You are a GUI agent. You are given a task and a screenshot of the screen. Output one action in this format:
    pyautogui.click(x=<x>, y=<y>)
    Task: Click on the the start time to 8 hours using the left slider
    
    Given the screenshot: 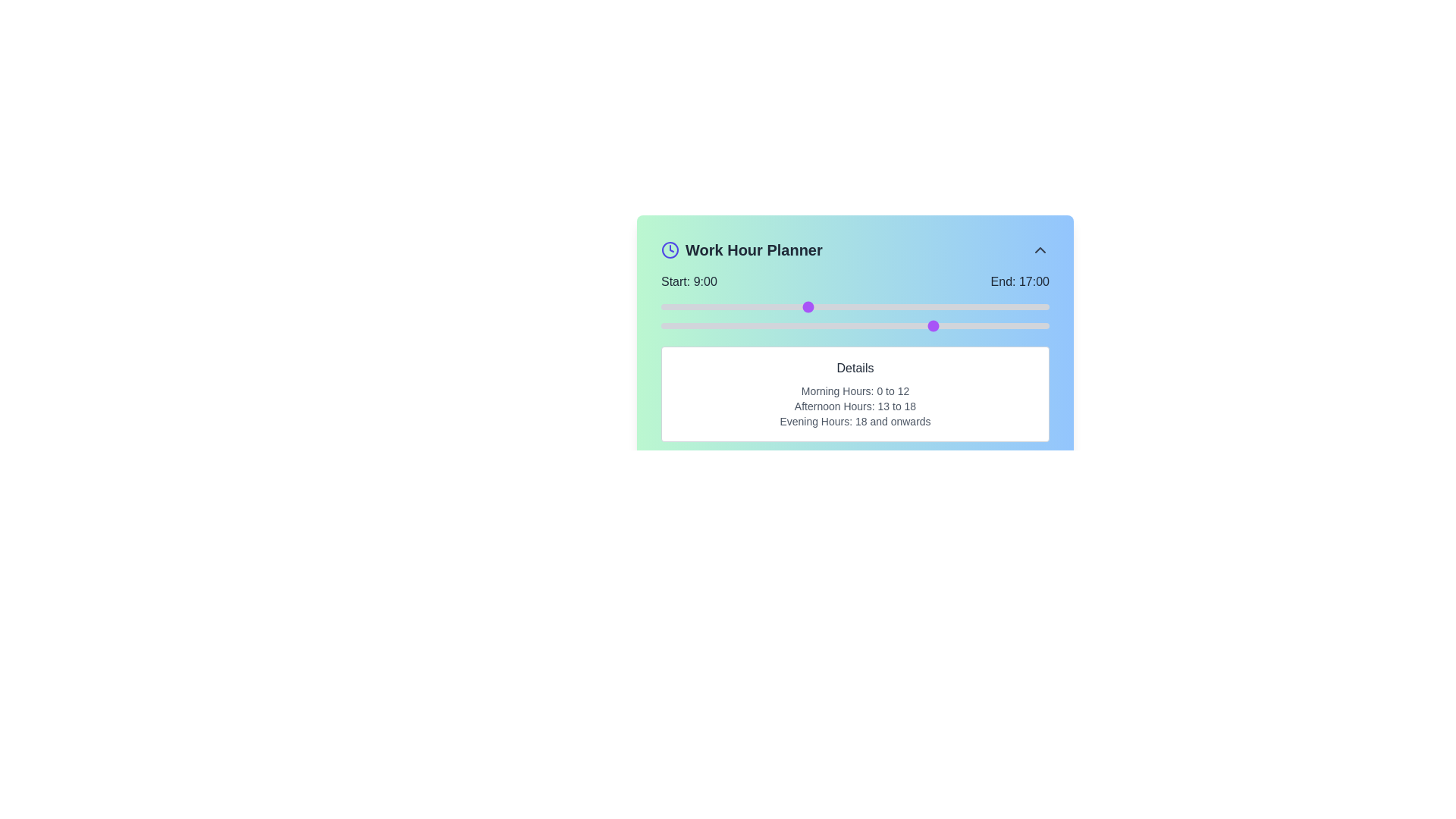 What is the action you would take?
    pyautogui.click(x=789, y=307)
    